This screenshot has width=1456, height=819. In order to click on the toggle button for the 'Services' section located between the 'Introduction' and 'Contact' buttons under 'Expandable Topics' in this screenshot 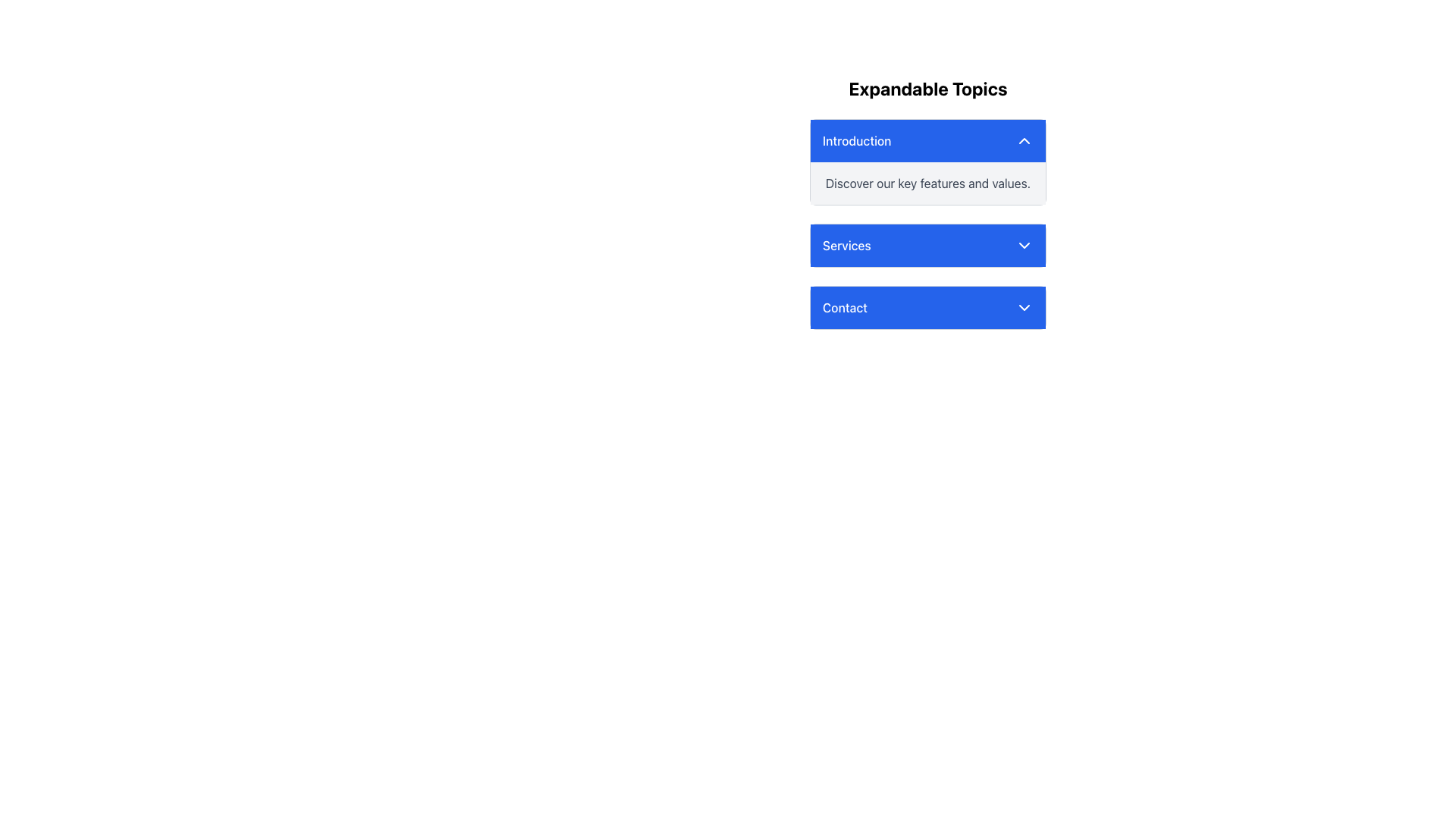, I will do `click(927, 245)`.